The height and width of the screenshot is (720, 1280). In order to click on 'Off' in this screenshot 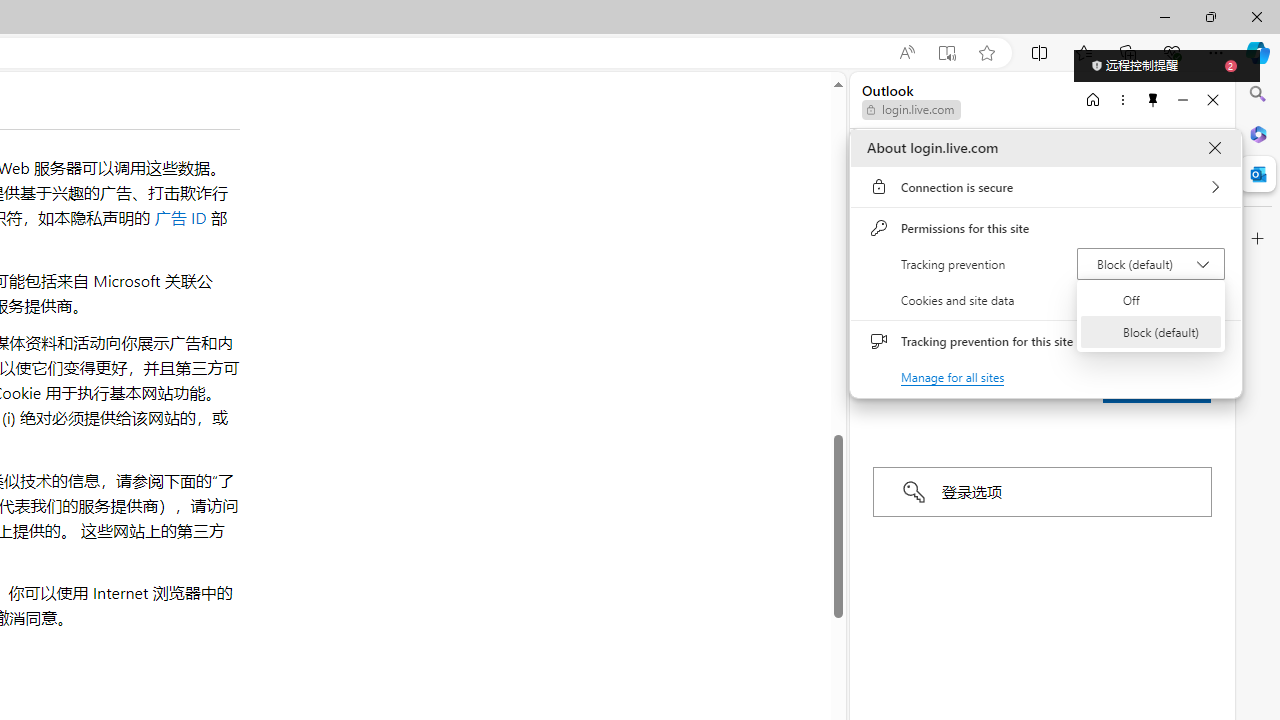, I will do `click(1151, 299)`.